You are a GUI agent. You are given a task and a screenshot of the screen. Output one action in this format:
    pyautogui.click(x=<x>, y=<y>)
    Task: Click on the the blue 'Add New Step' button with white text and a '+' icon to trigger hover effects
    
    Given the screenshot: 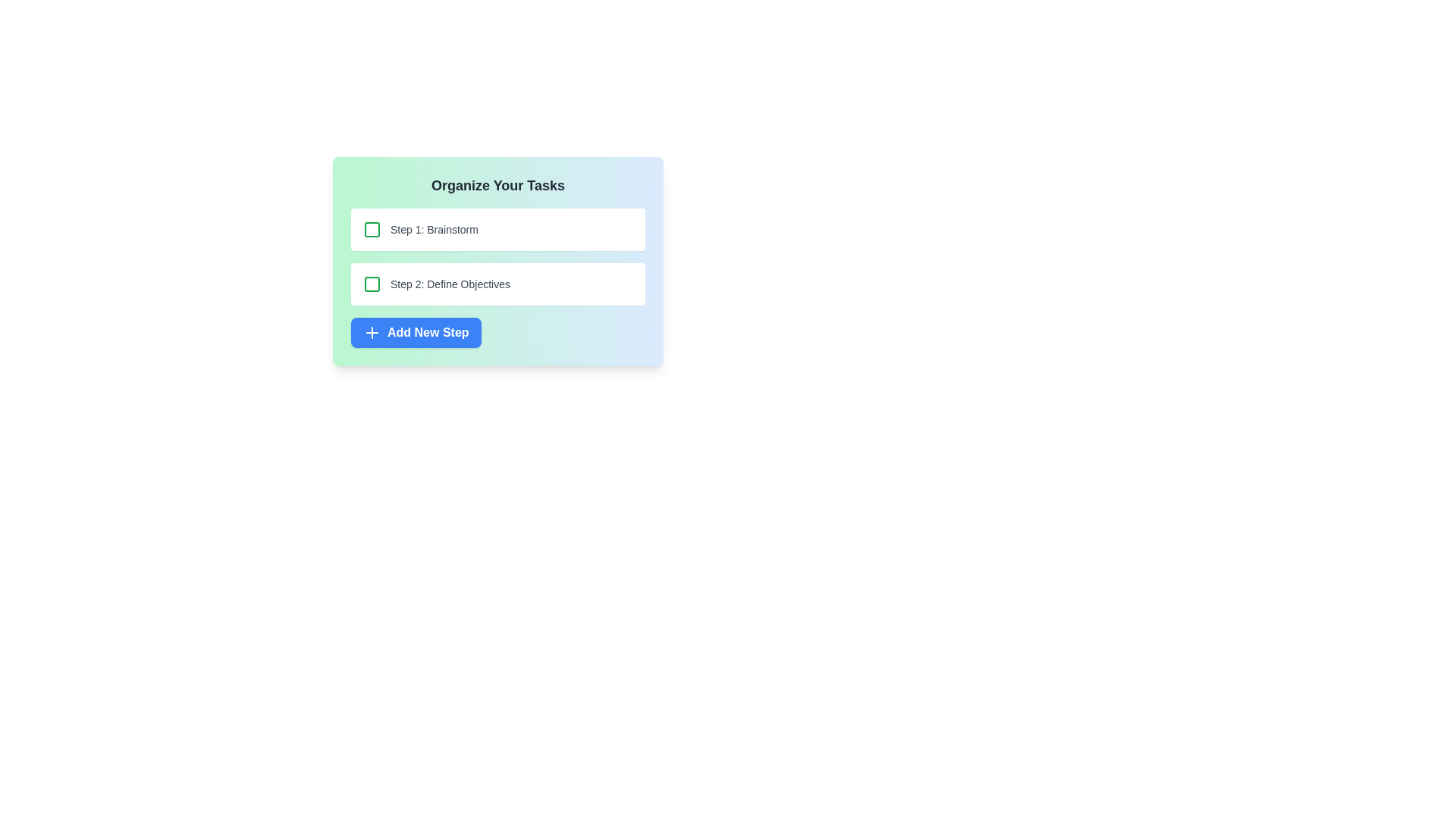 What is the action you would take?
    pyautogui.click(x=416, y=332)
    